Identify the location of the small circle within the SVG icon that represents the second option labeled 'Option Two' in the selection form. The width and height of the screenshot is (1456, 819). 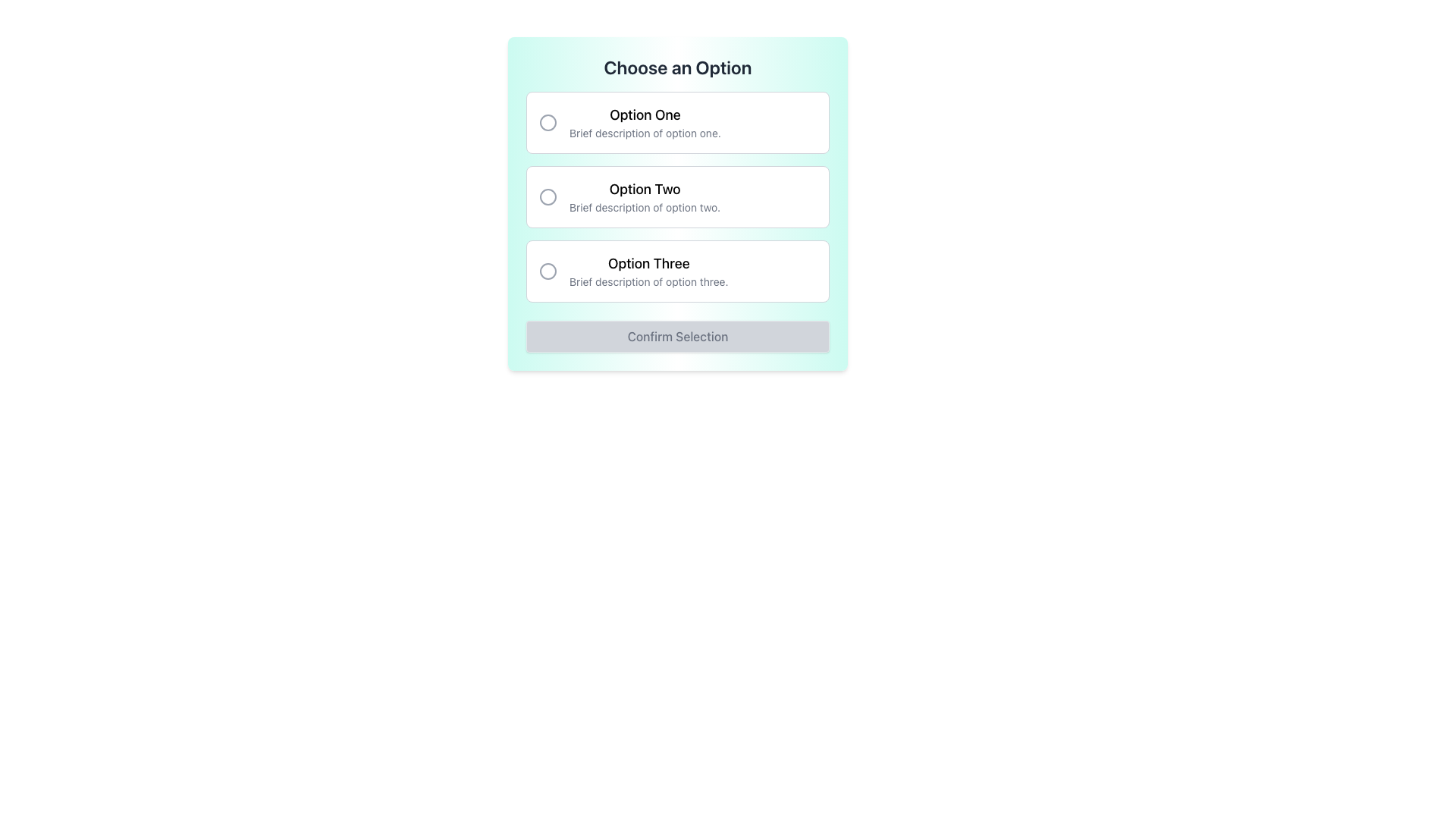
(548, 196).